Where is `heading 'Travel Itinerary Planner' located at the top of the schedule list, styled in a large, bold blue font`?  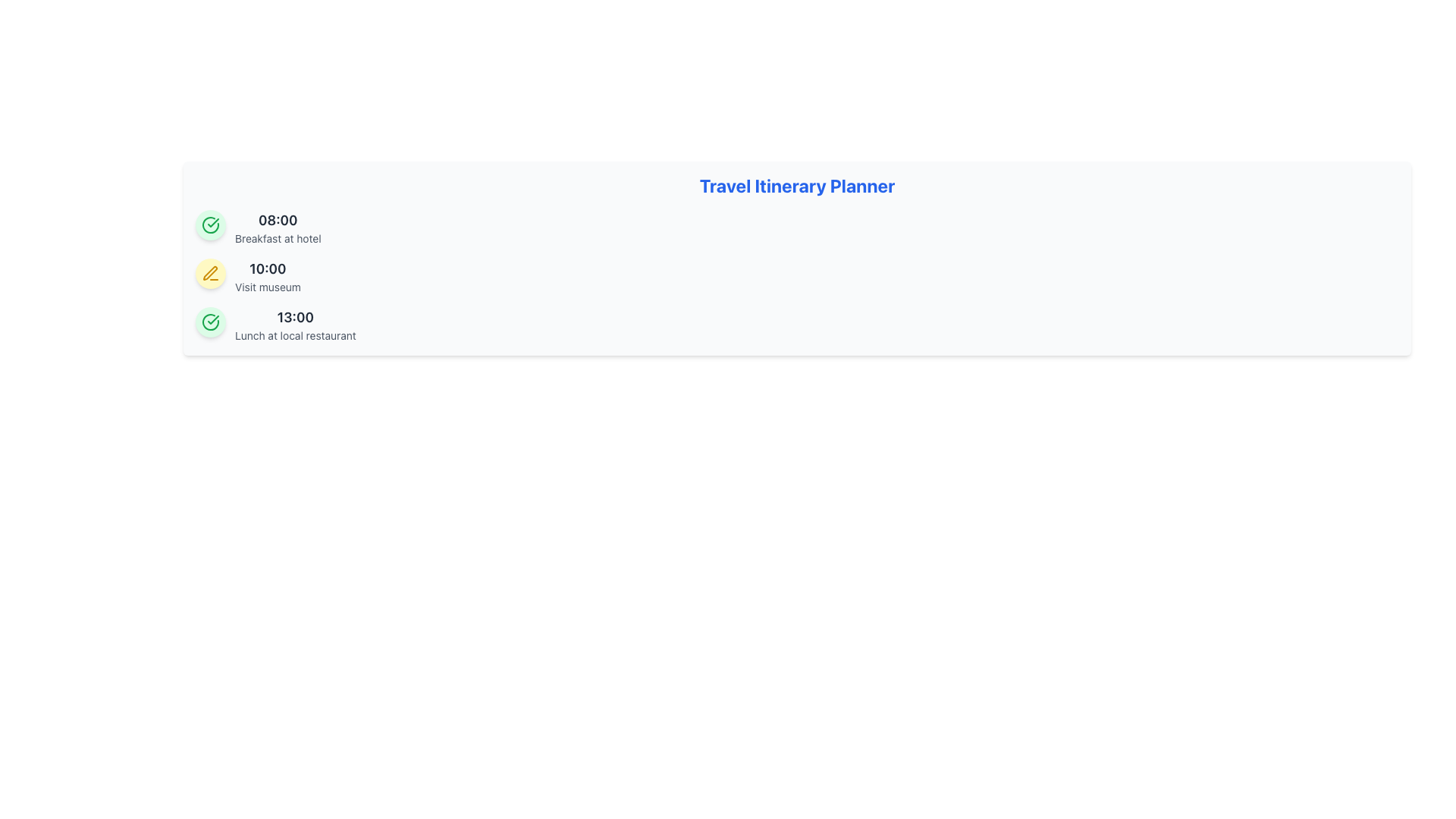 heading 'Travel Itinerary Planner' located at the top of the schedule list, styled in a large, bold blue font is located at coordinates (796, 185).